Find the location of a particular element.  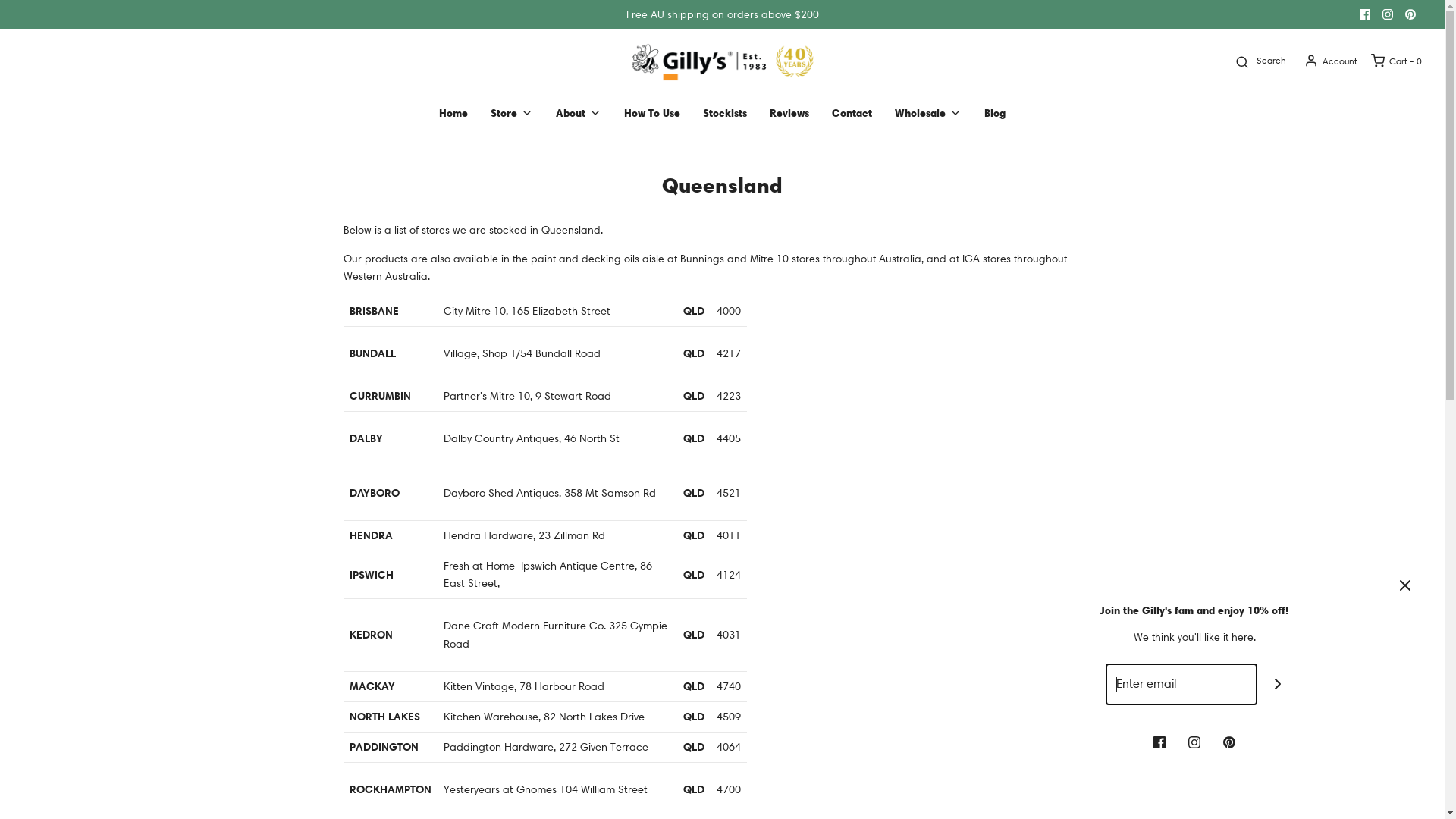

'Paddington Hardware' is located at coordinates (497, 745).